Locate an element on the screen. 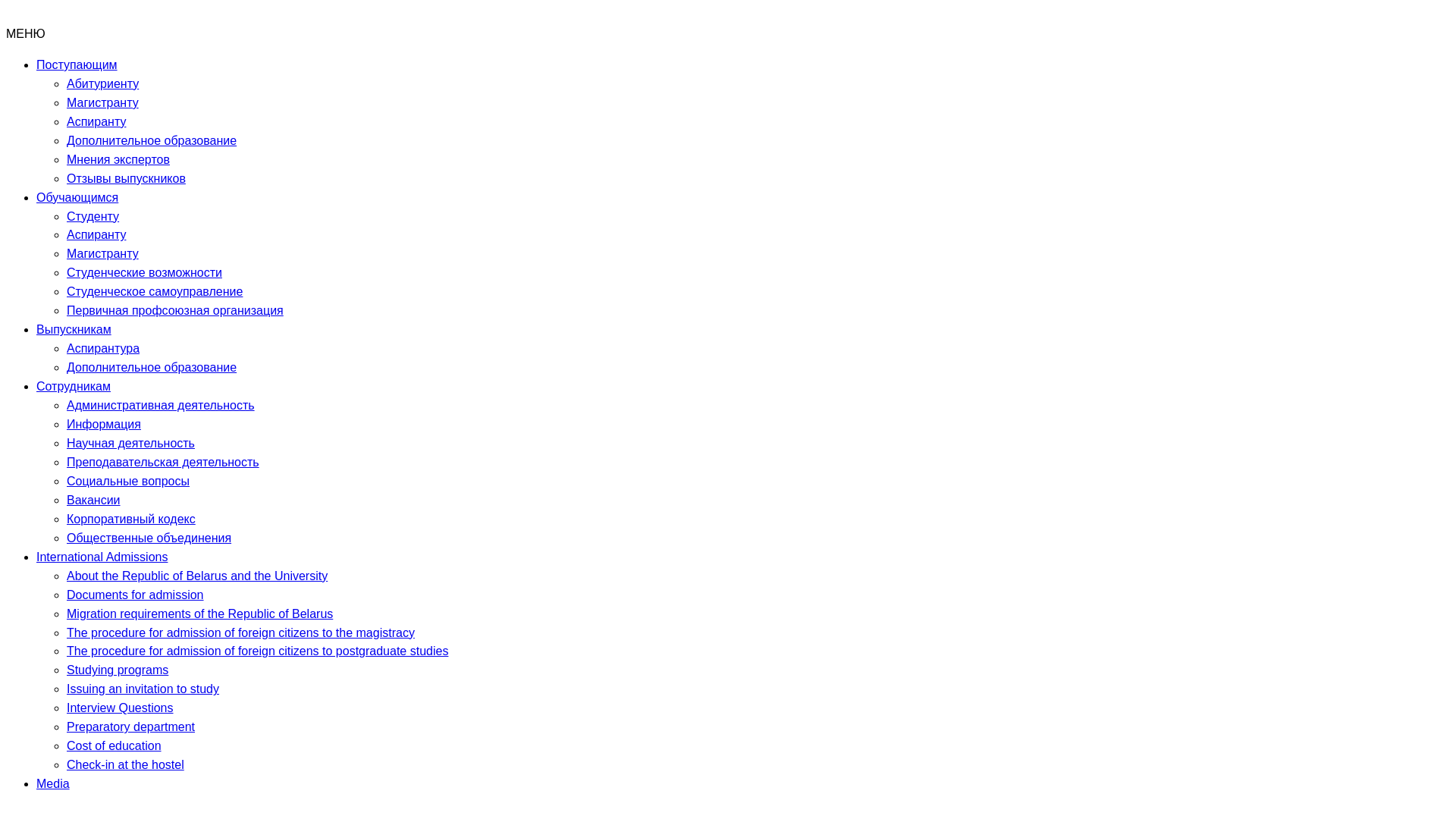 Image resolution: width=1456 pixels, height=819 pixels. 'Cost of education' is located at coordinates (65, 745).